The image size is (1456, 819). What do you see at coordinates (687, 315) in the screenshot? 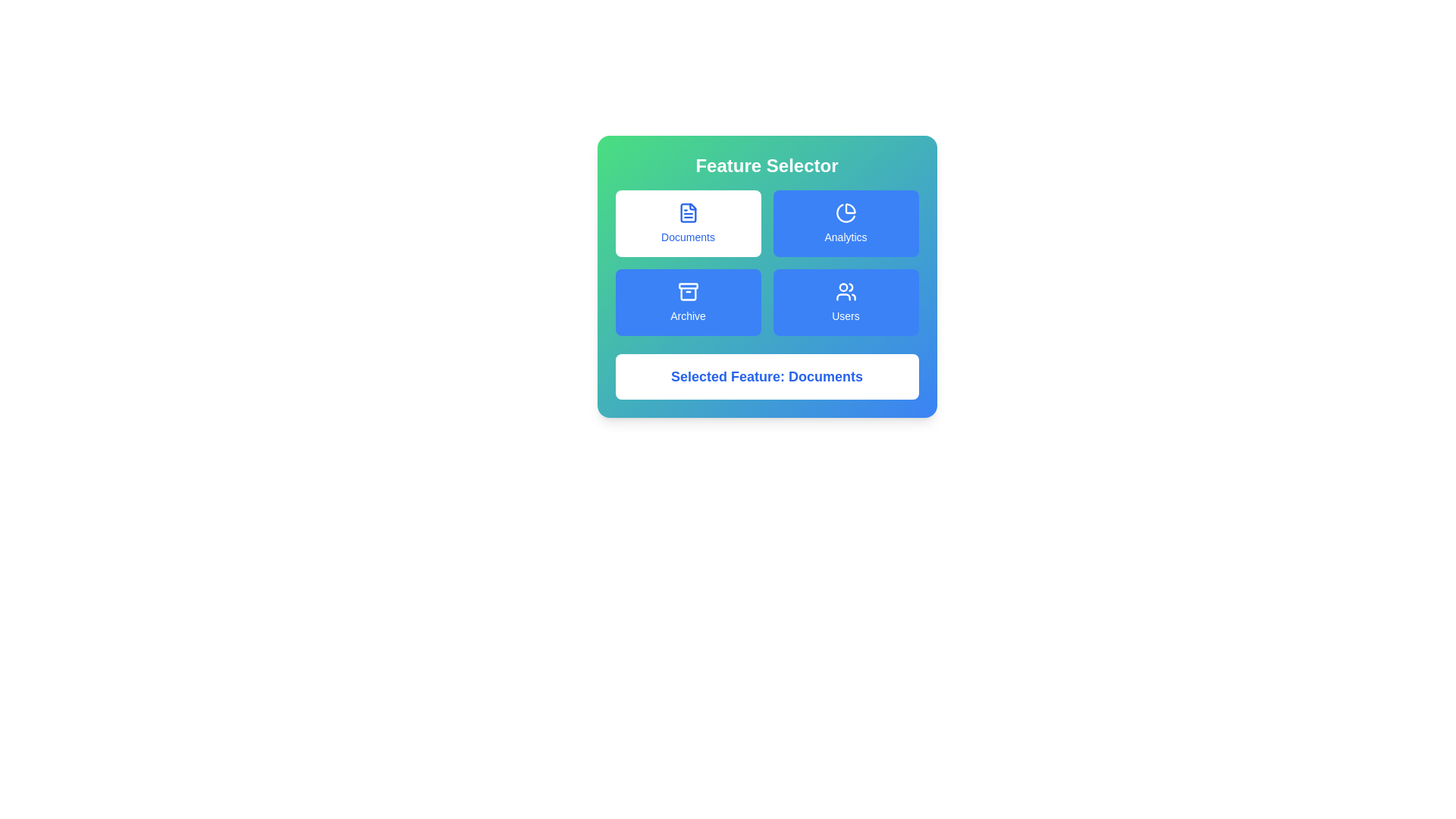
I see `the 'Archive' text label, which is styled with a small font size and medium weight, located within the bottom left button of the feature selector interface` at bounding box center [687, 315].